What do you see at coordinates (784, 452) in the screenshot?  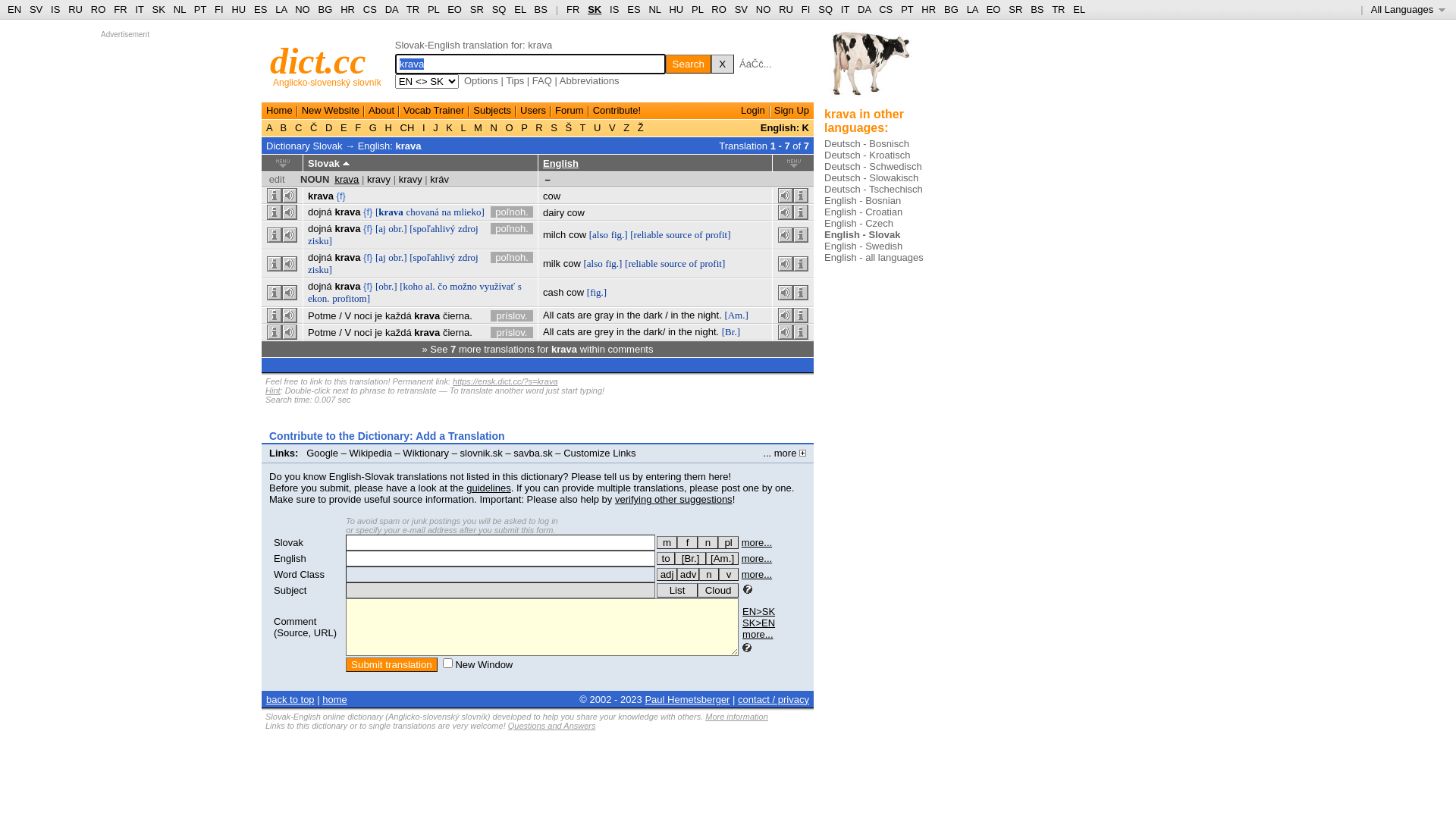 I see `'... more'` at bounding box center [784, 452].